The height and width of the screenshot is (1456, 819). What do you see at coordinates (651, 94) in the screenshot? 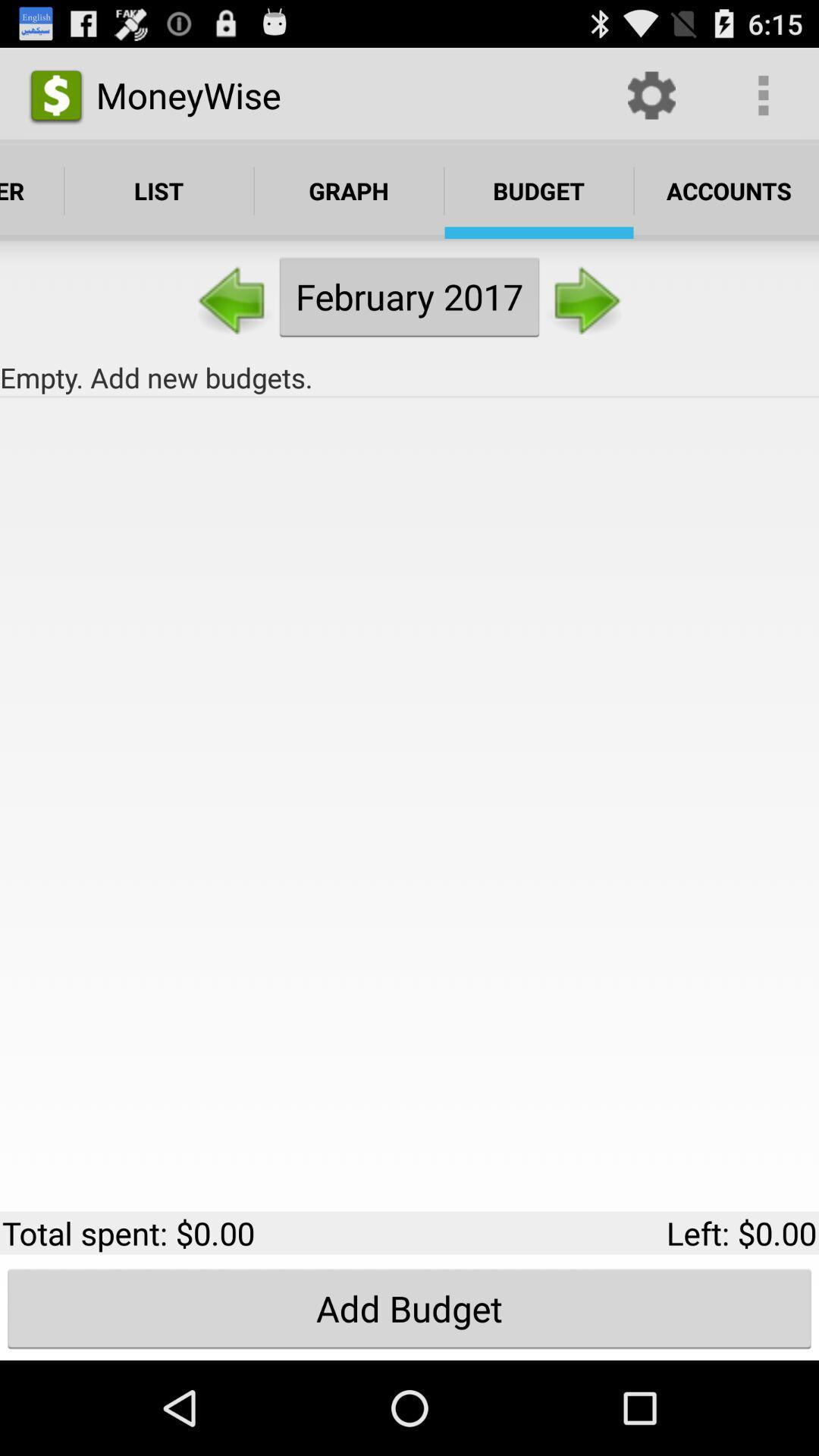
I see `item next to moneywise` at bounding box center [651, 94].